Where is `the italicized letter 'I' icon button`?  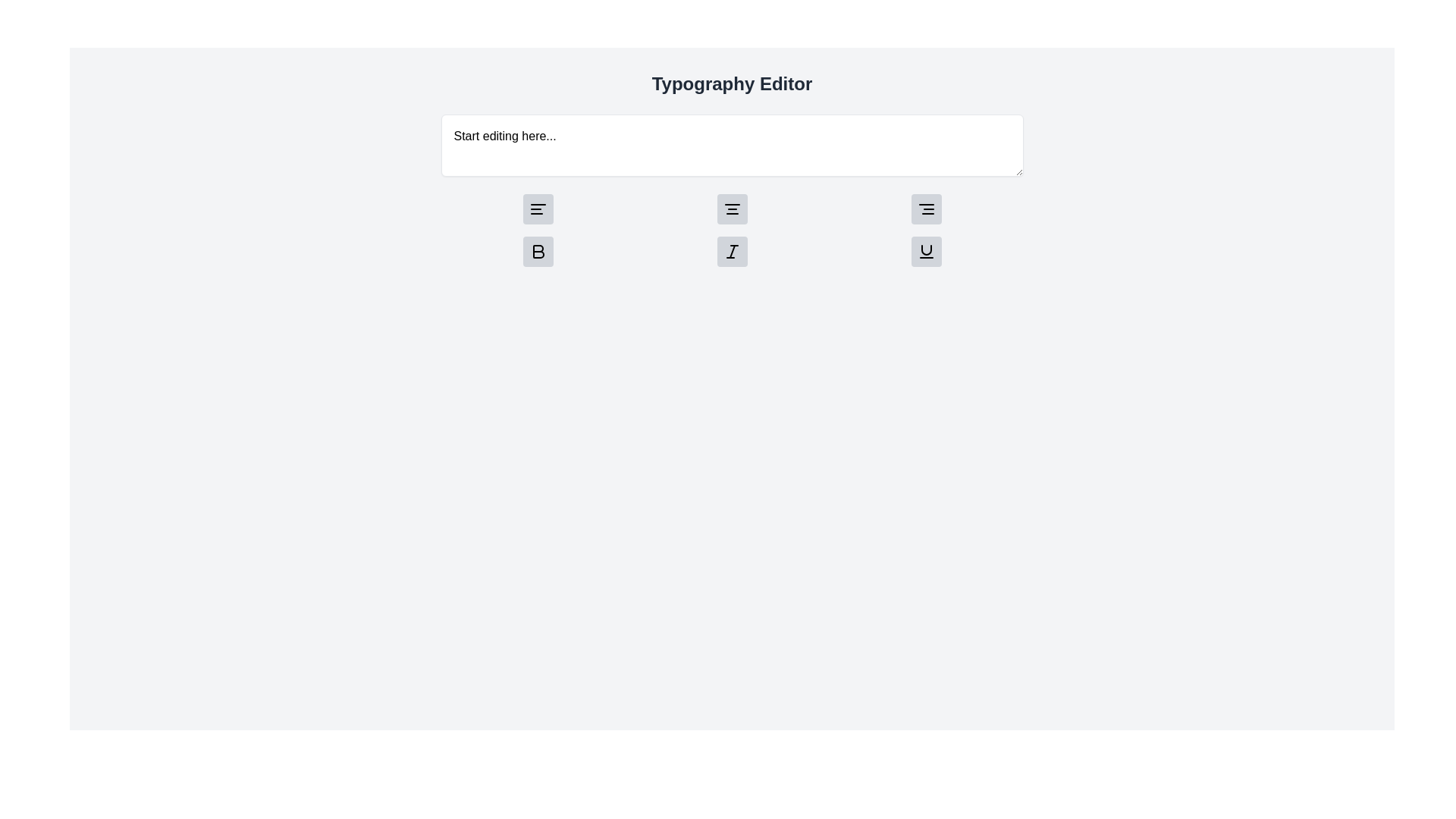 the italicized letter 'I' icon button is located at coordinates (732, 250).